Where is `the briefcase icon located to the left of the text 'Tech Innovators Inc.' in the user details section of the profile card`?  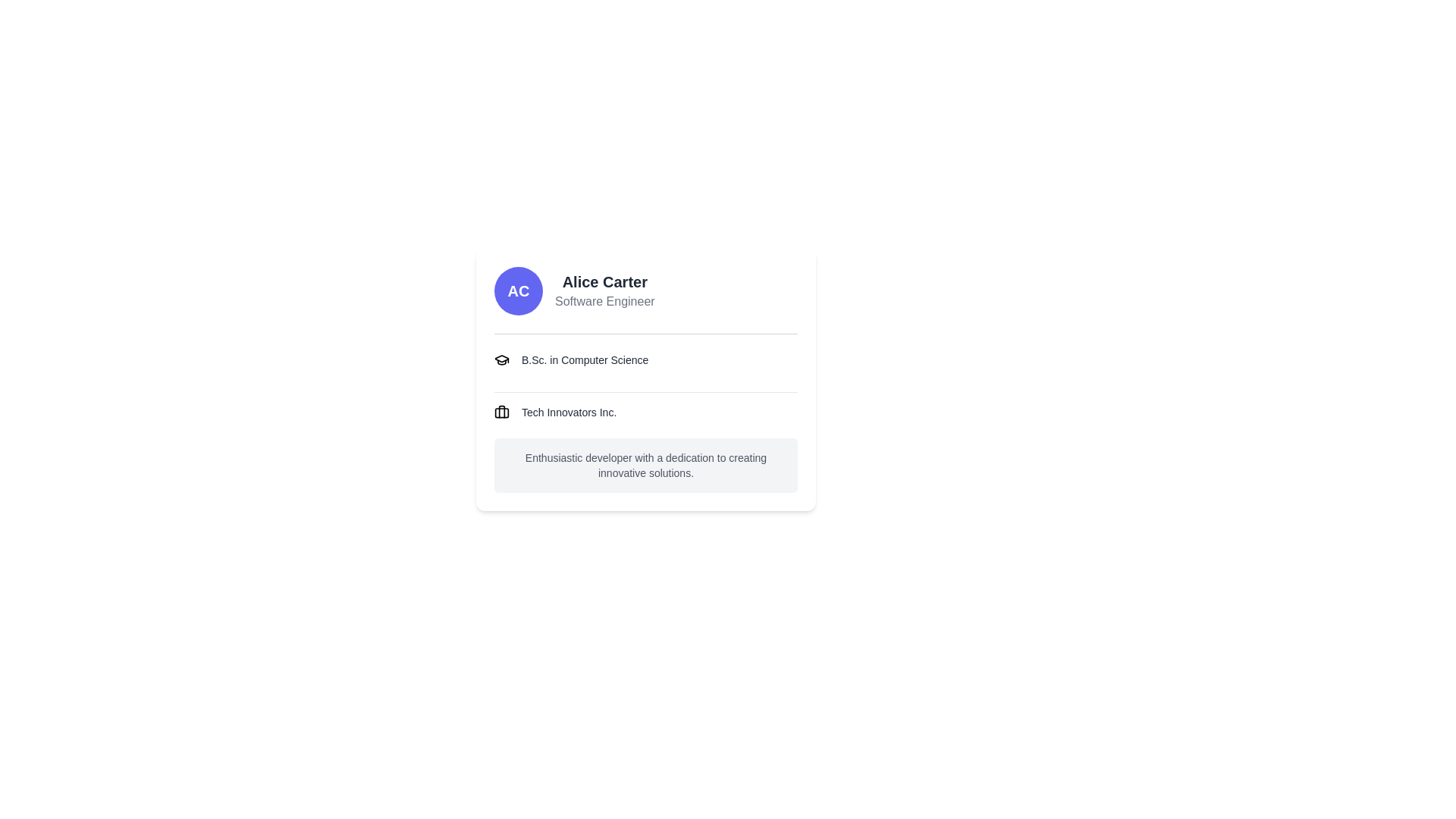 the briefcase icon located to the left of the text 'Tech Innovators Inc.' in the user details section of the profile card is located at coordinates (502, 412).